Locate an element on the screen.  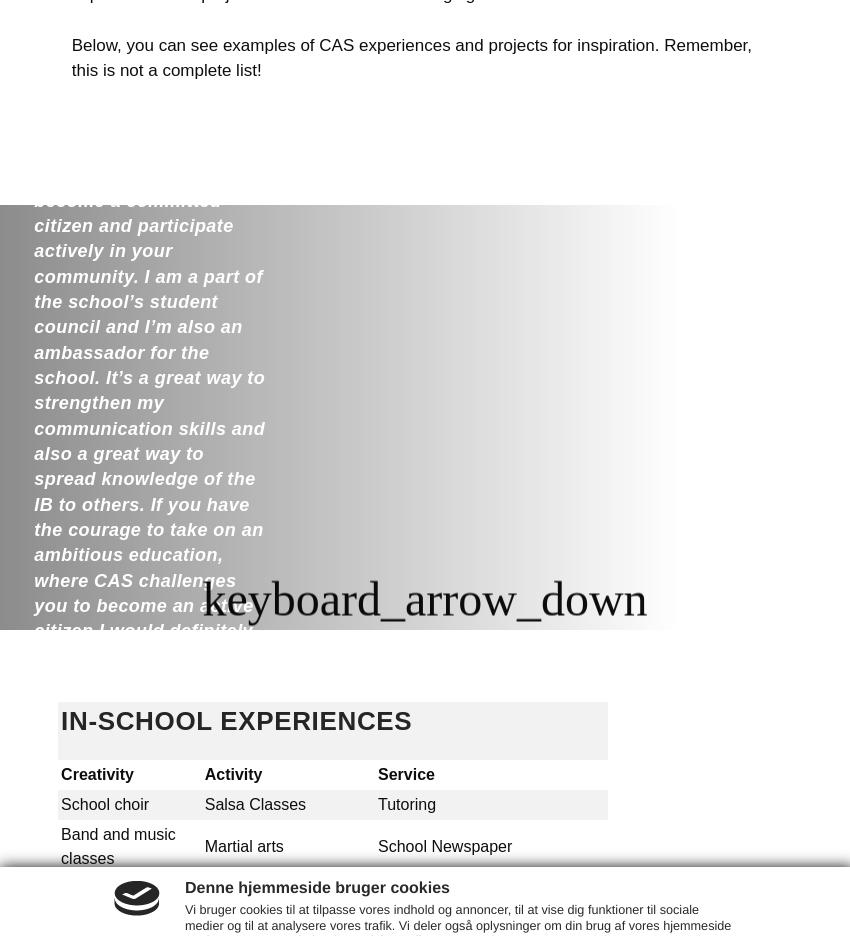
'Tutoring' is located at coordinates (406, 803).